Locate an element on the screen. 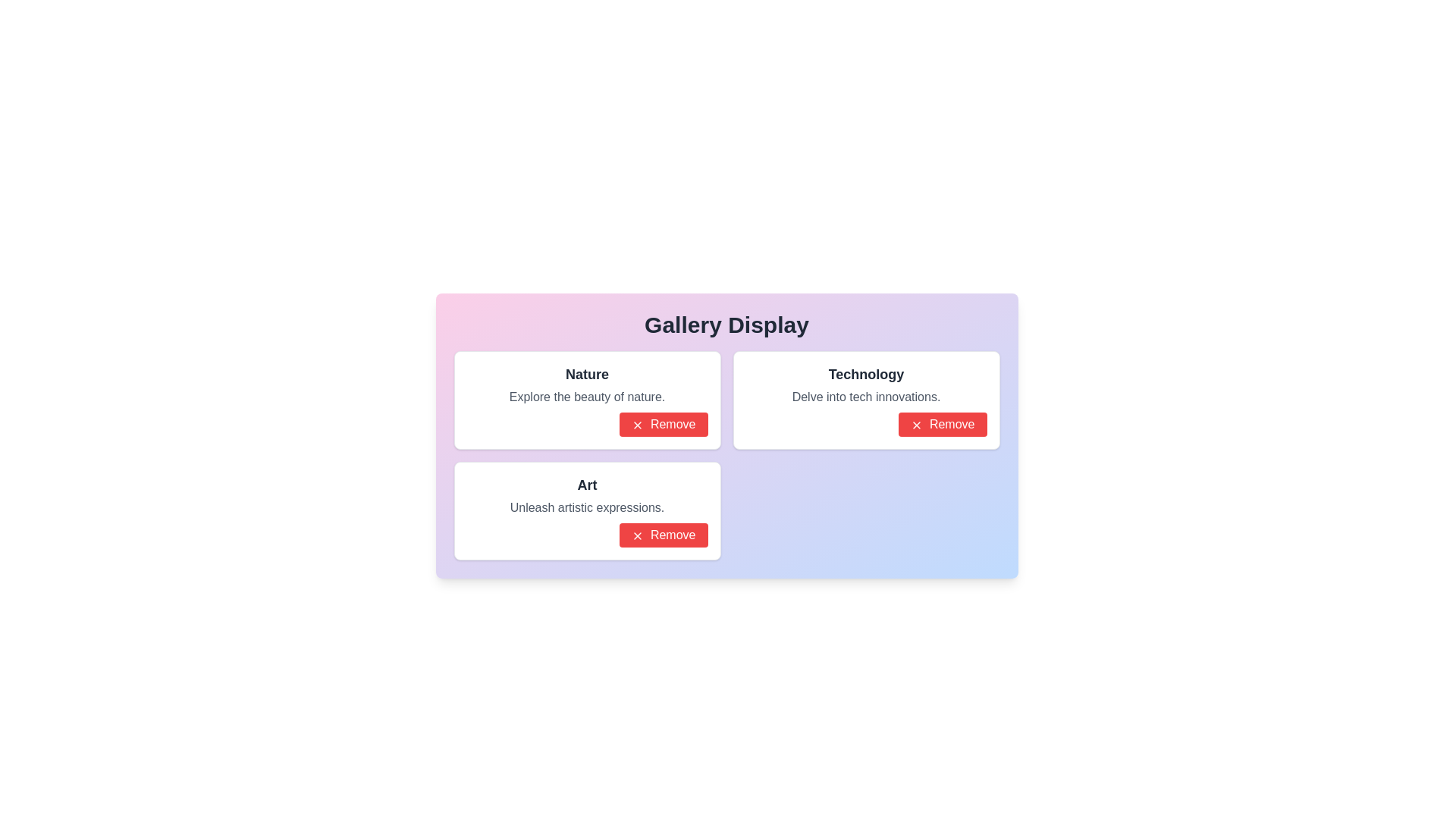 The image size is (1456, 819). the item card labeled 'Technology' to highlight it is located at coordinates (866, 400).